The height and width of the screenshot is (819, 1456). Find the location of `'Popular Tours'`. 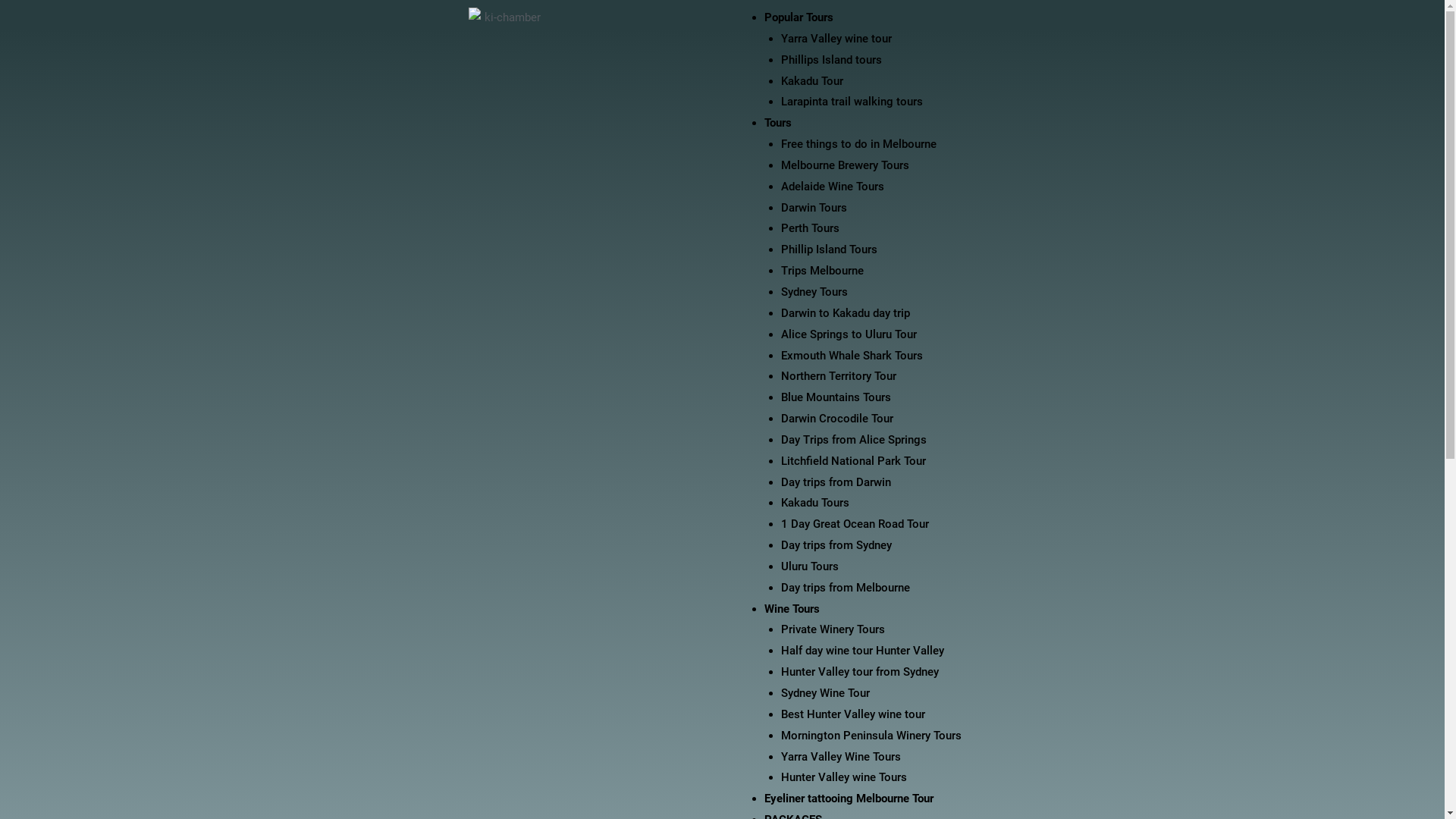

'Popular Tours' is located at coordinates (798, 17).